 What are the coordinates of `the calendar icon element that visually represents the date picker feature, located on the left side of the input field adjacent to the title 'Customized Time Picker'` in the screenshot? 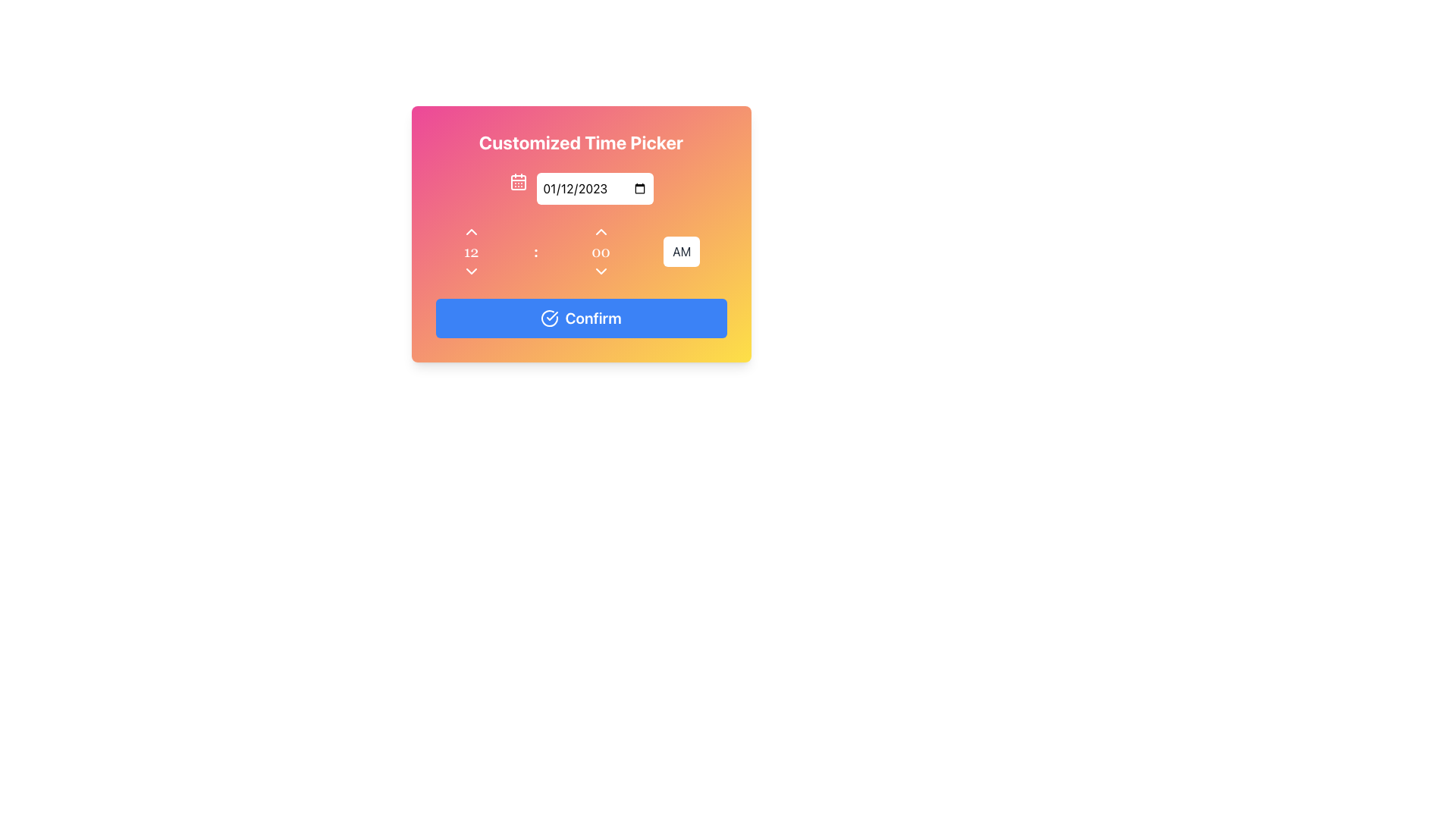 It's located at (518, 180).